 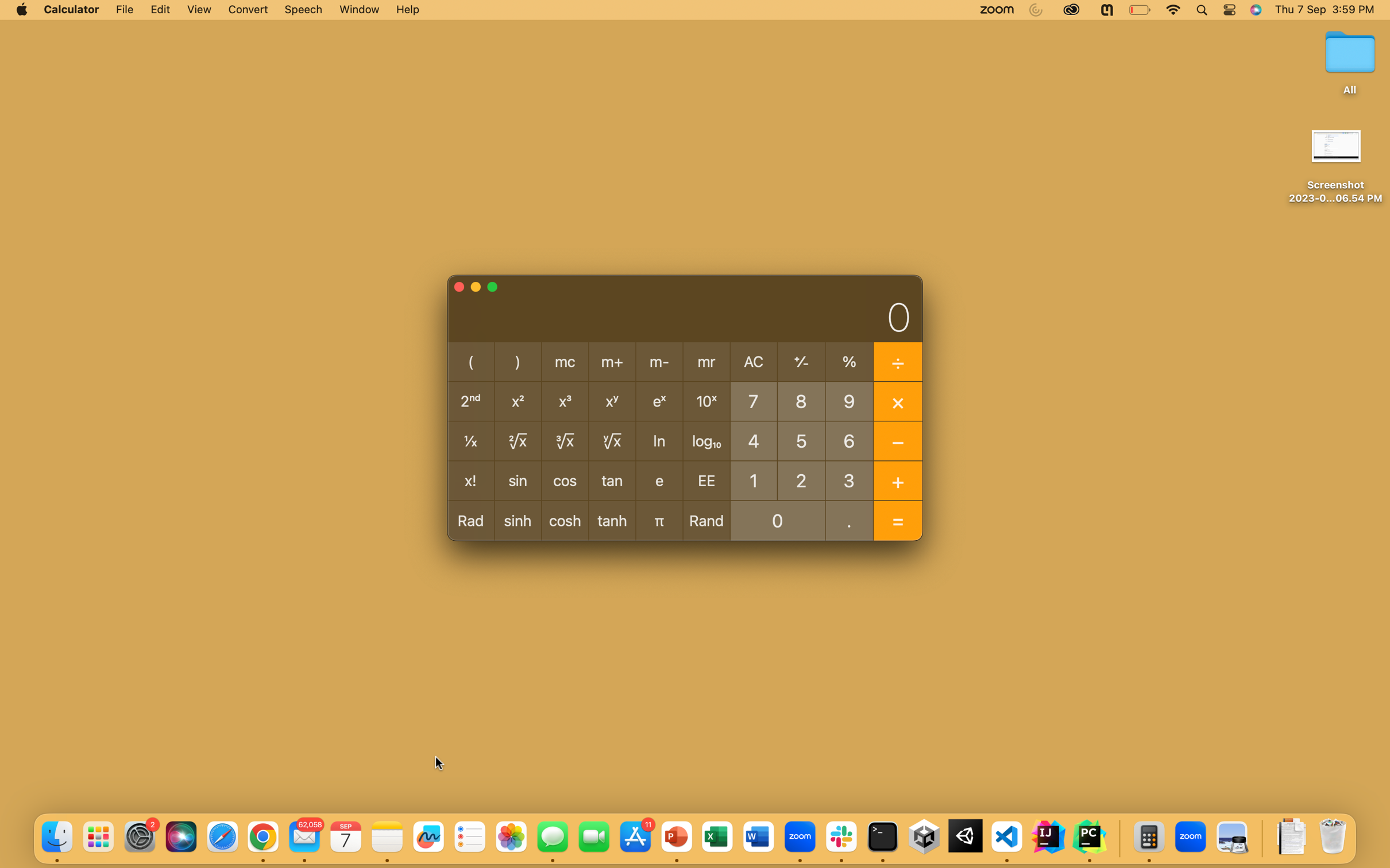 I want to click on Determine 1 divided by 5, so click(x=801, y=439).